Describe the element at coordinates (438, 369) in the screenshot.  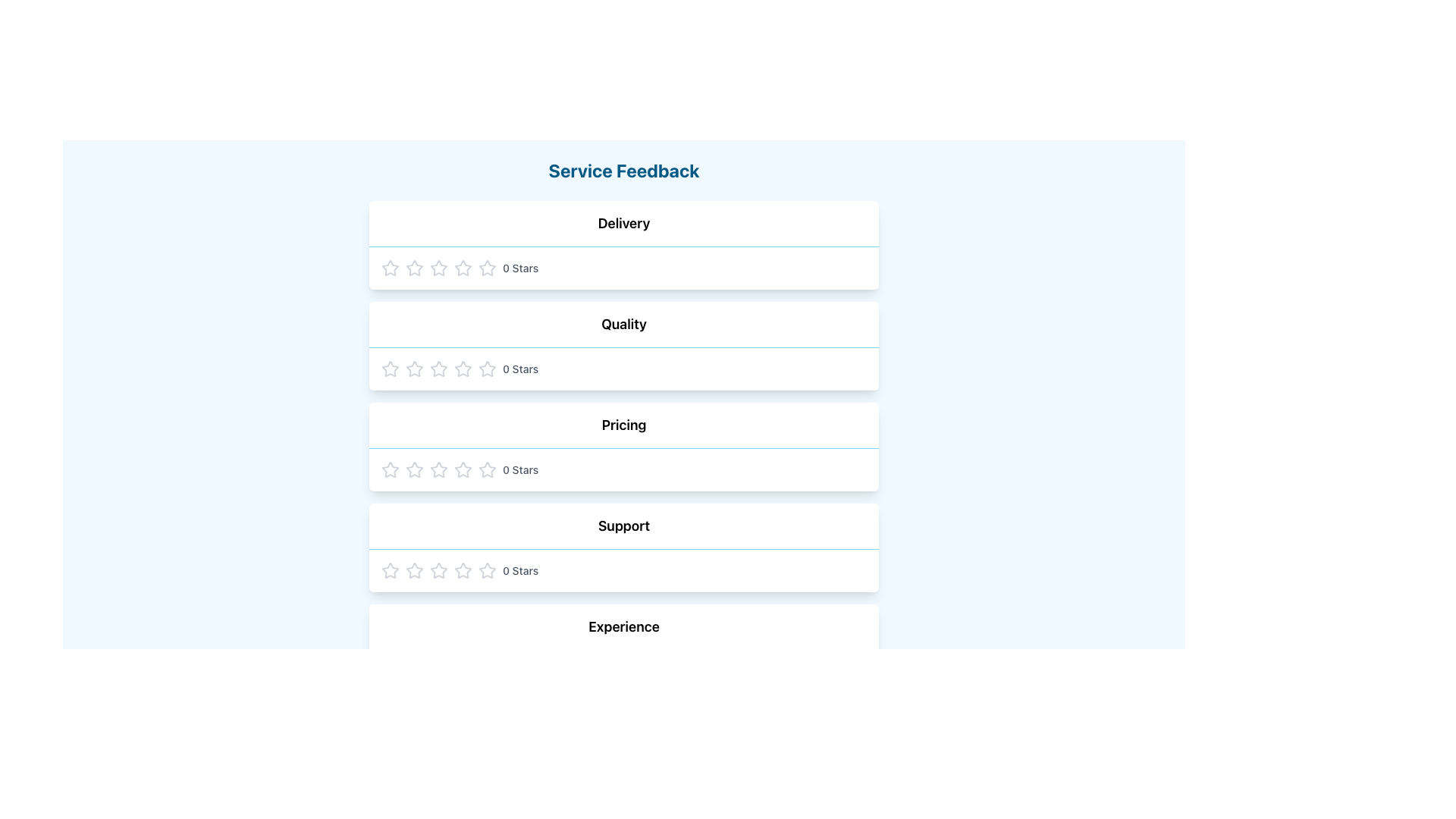
I see `the first star-shaped Rating Star Icon under the 'Quality' category` at that location.